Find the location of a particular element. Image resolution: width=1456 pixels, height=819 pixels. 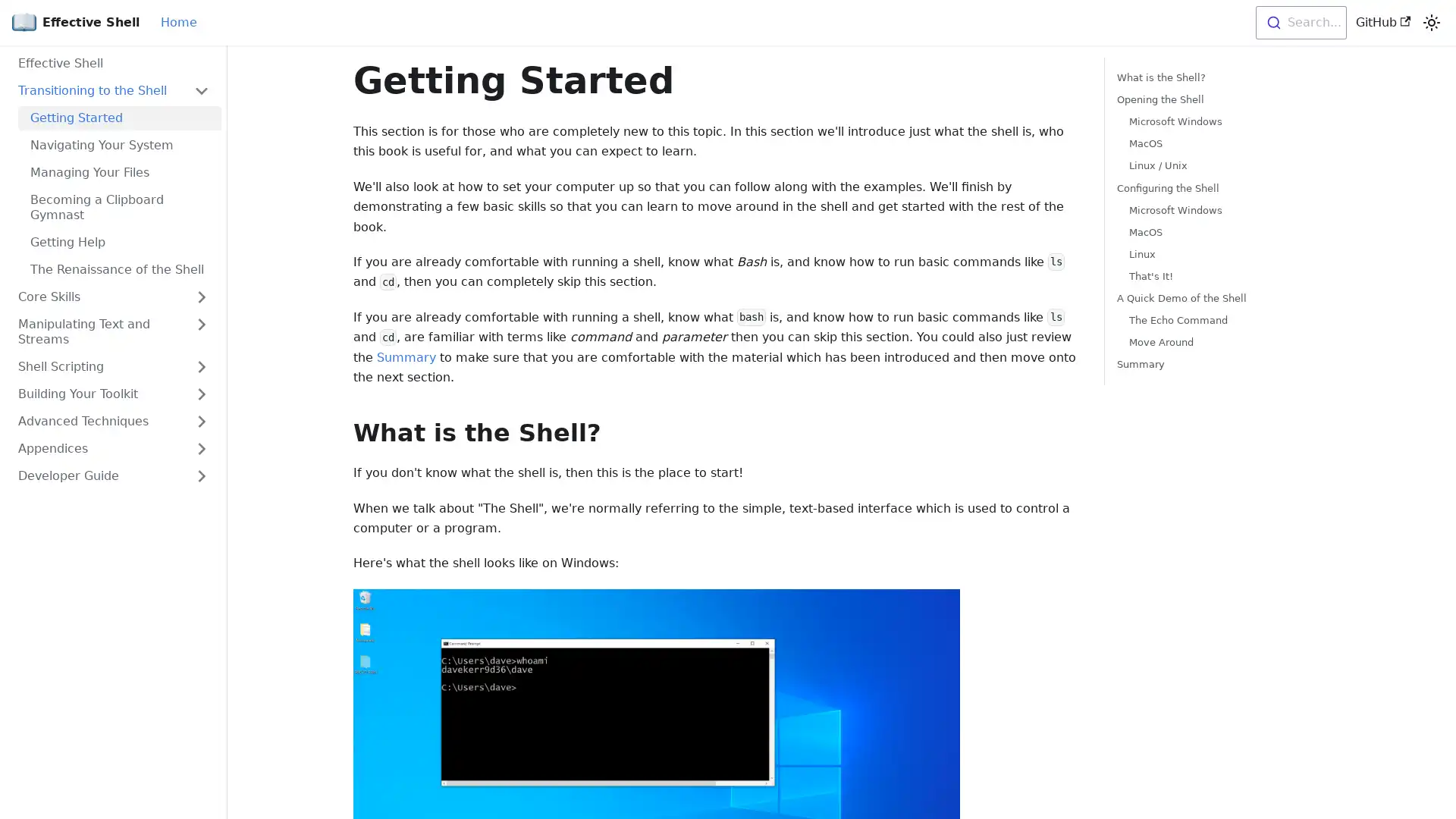

Toggle the collapsible sidebar category 'Advanced Techniques' is located at coordinates (200, 421).